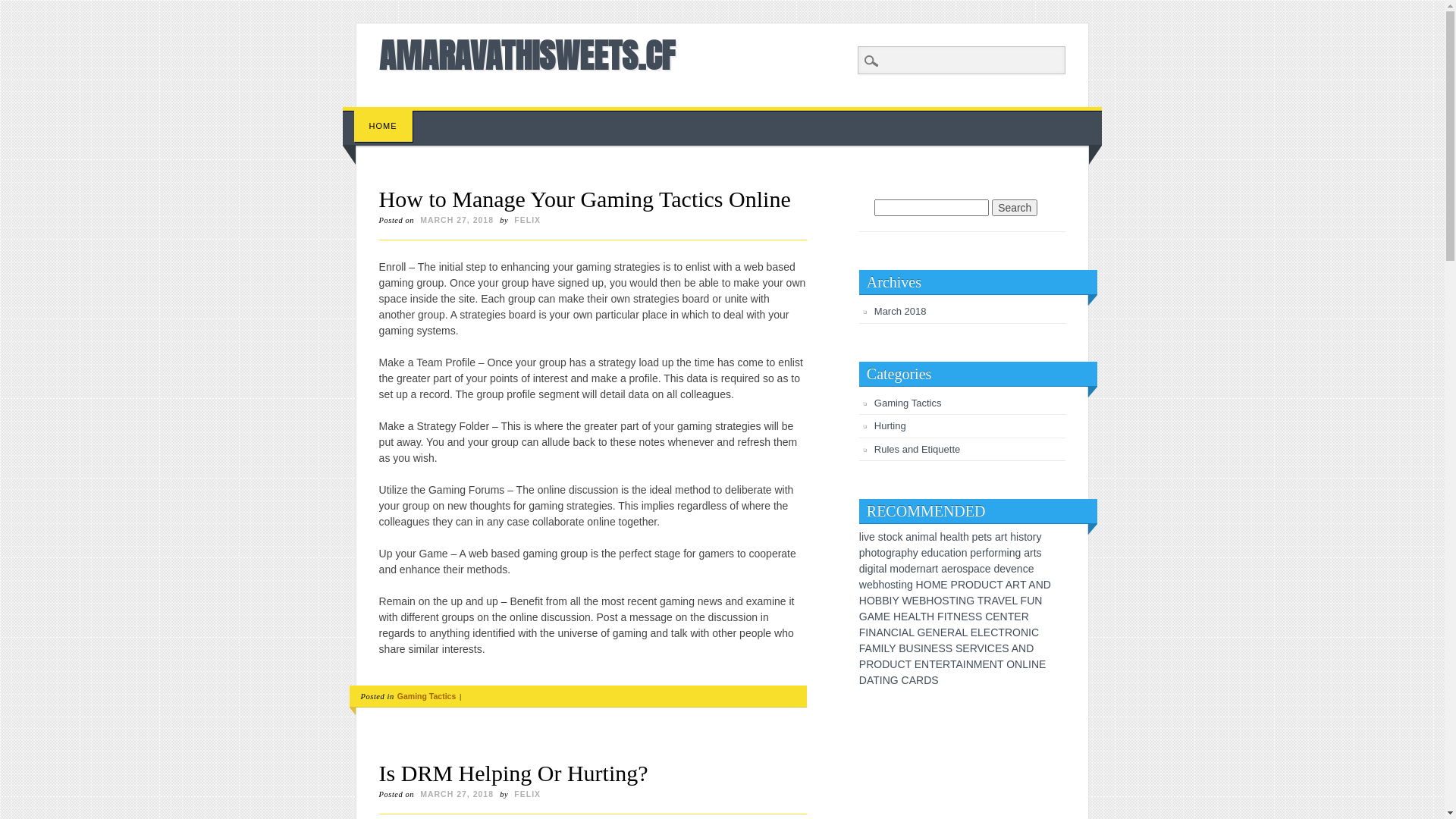 This screenshot has height=819, width=1456. I want to click on 'AMARAVATHISWEETS.CF', so click(527, 55).